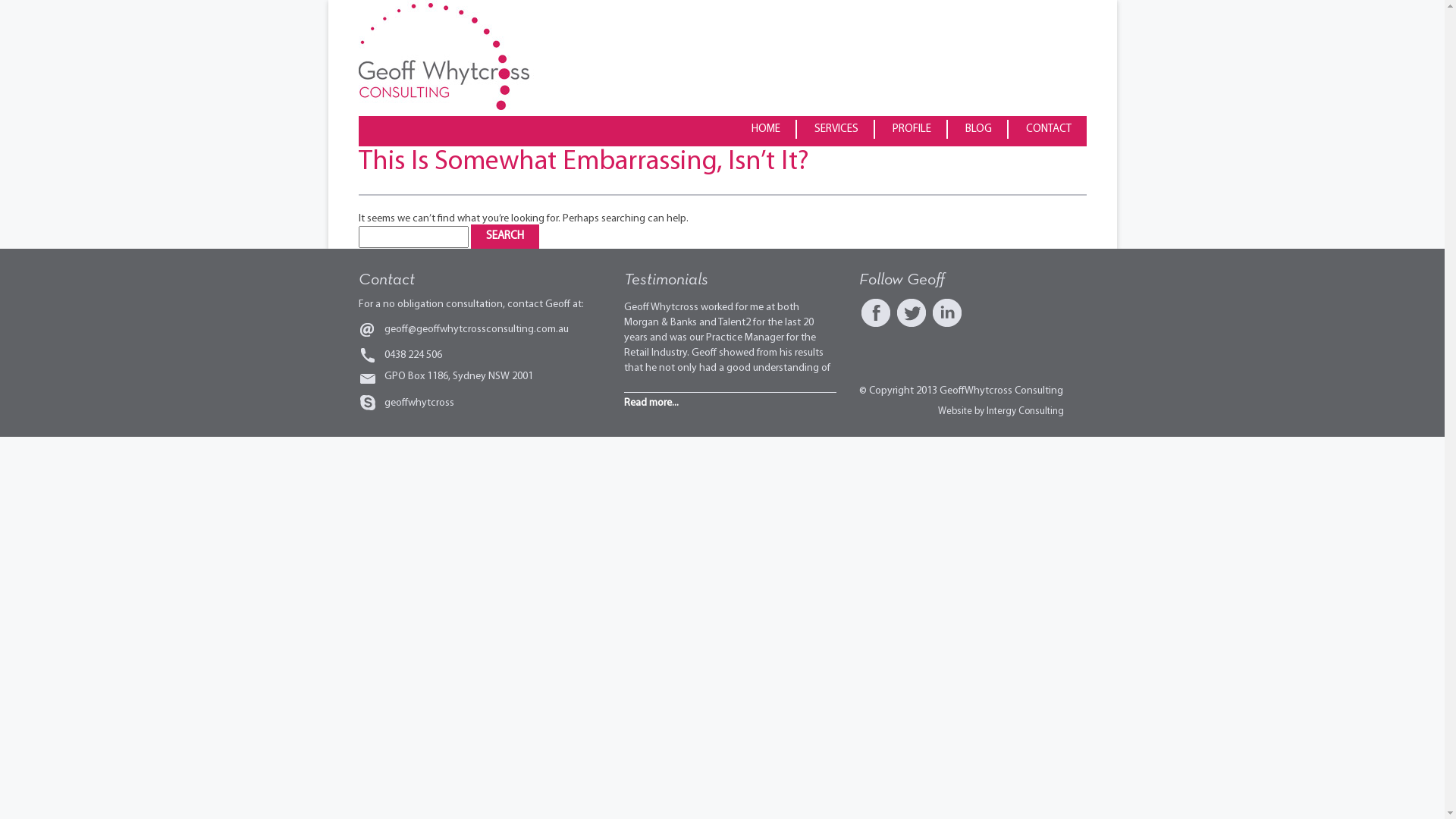  What do you see at coordinates (1009, 128) in the screenshot?
I see `'CONTACT'` at bounding box center [1009, 128].